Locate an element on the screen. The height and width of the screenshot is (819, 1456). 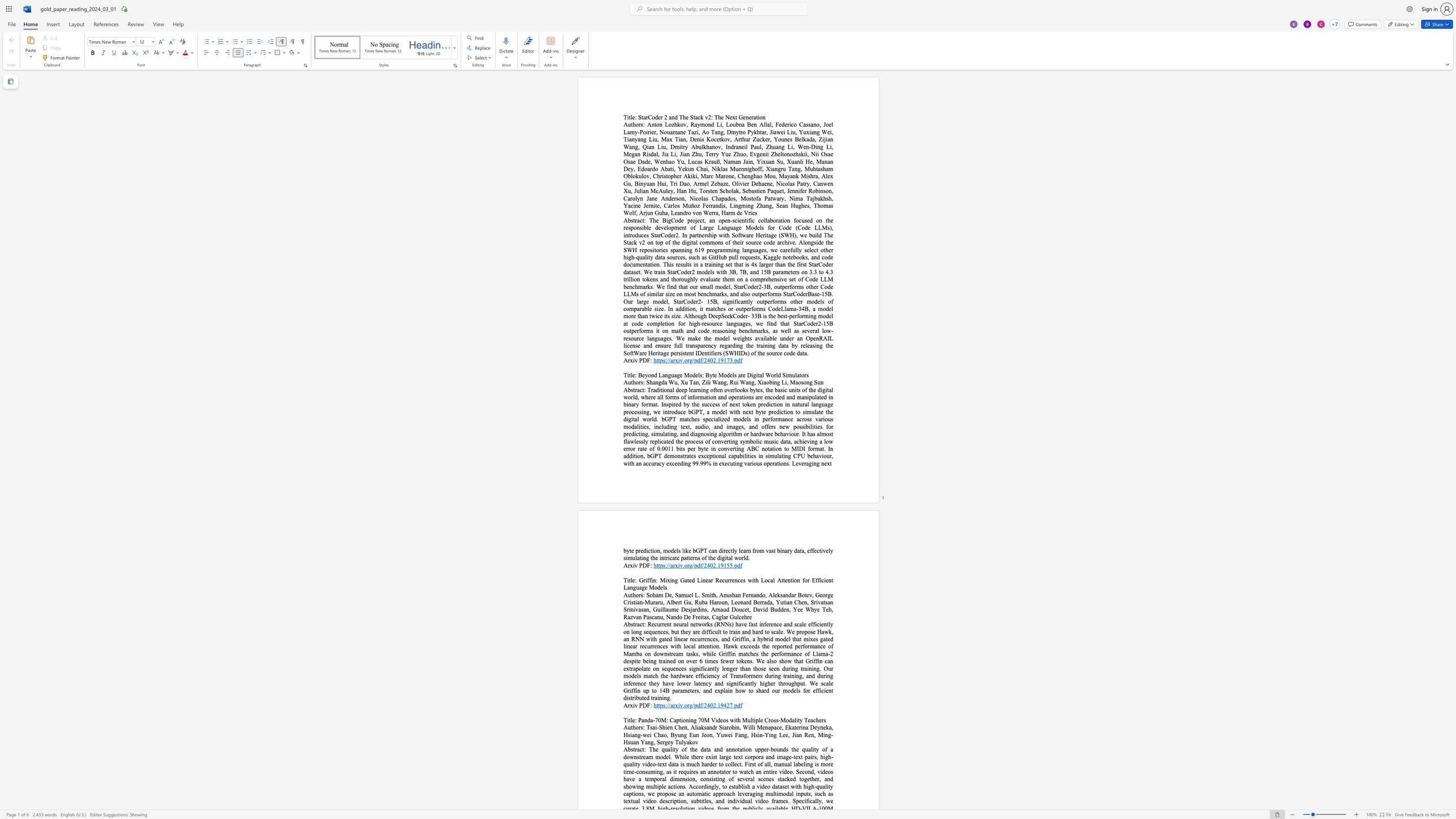
the space between the continuous character "c" and "t" in the text is located at coordinates (641, 749).